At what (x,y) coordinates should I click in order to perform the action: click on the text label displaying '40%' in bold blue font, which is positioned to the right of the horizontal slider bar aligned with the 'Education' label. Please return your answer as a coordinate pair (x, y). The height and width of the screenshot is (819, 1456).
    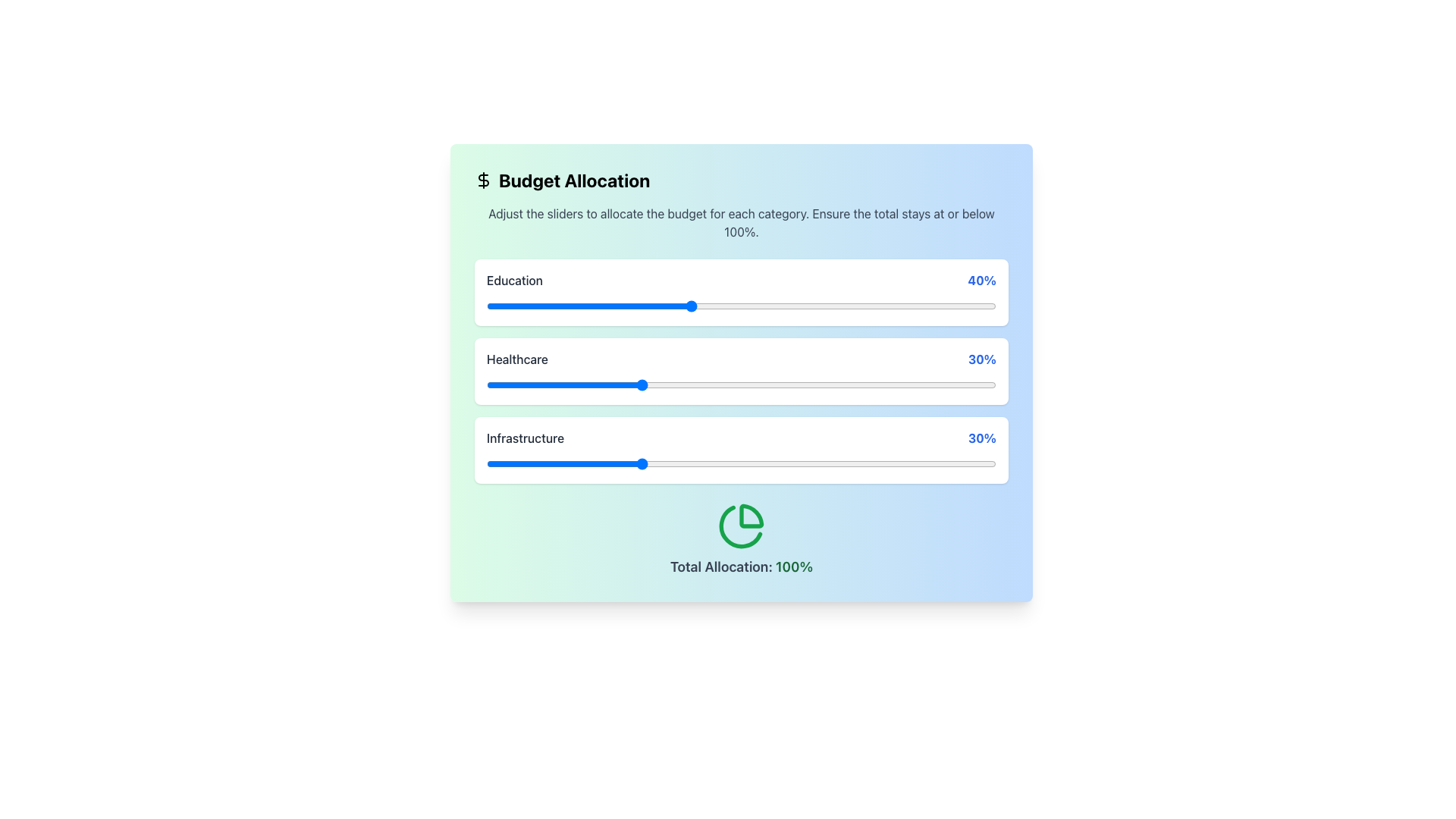
    Looking at the image, I should click on (982, 281).